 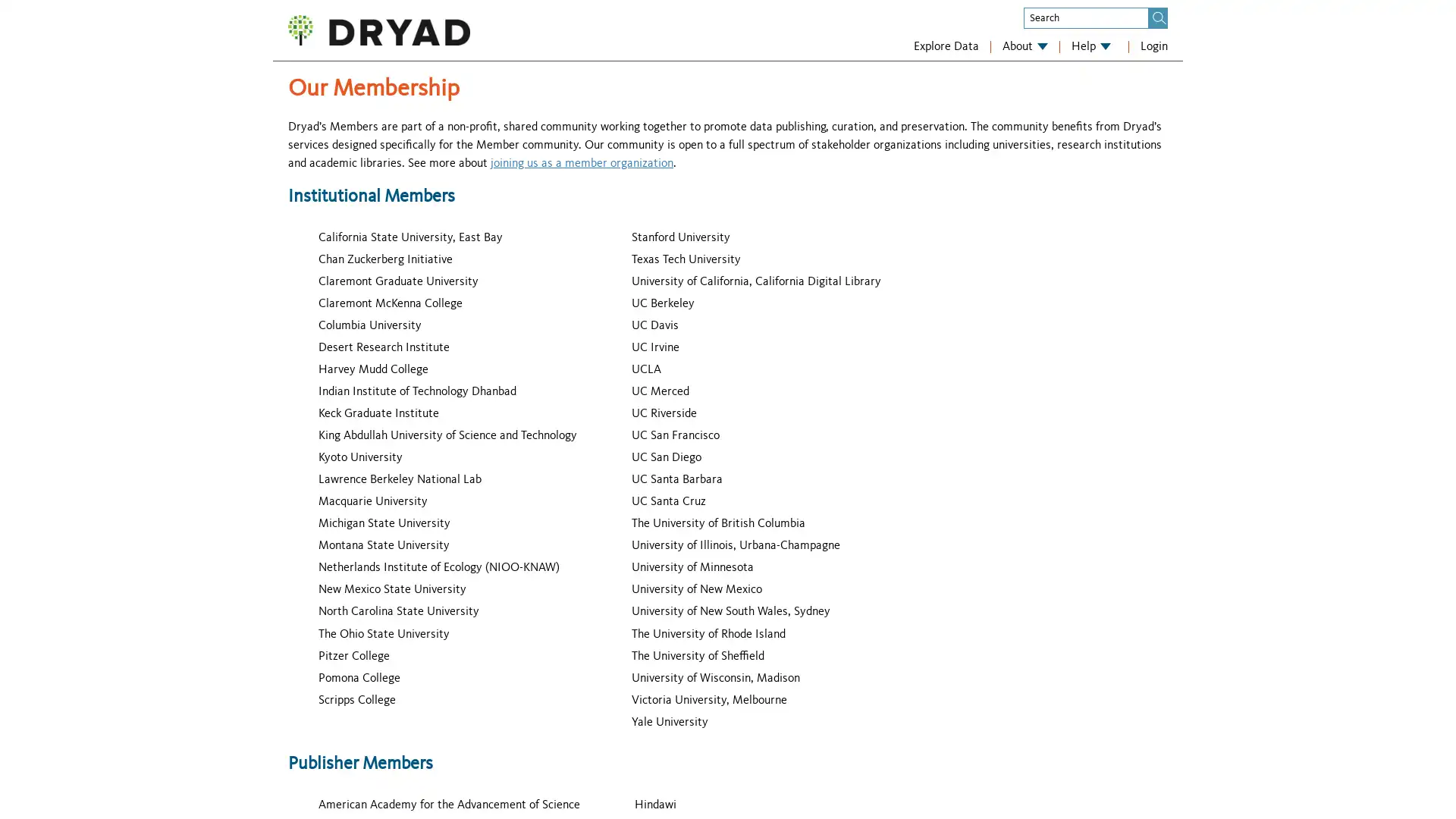 I want to click on Submit search, so click(x=1158, y=17).